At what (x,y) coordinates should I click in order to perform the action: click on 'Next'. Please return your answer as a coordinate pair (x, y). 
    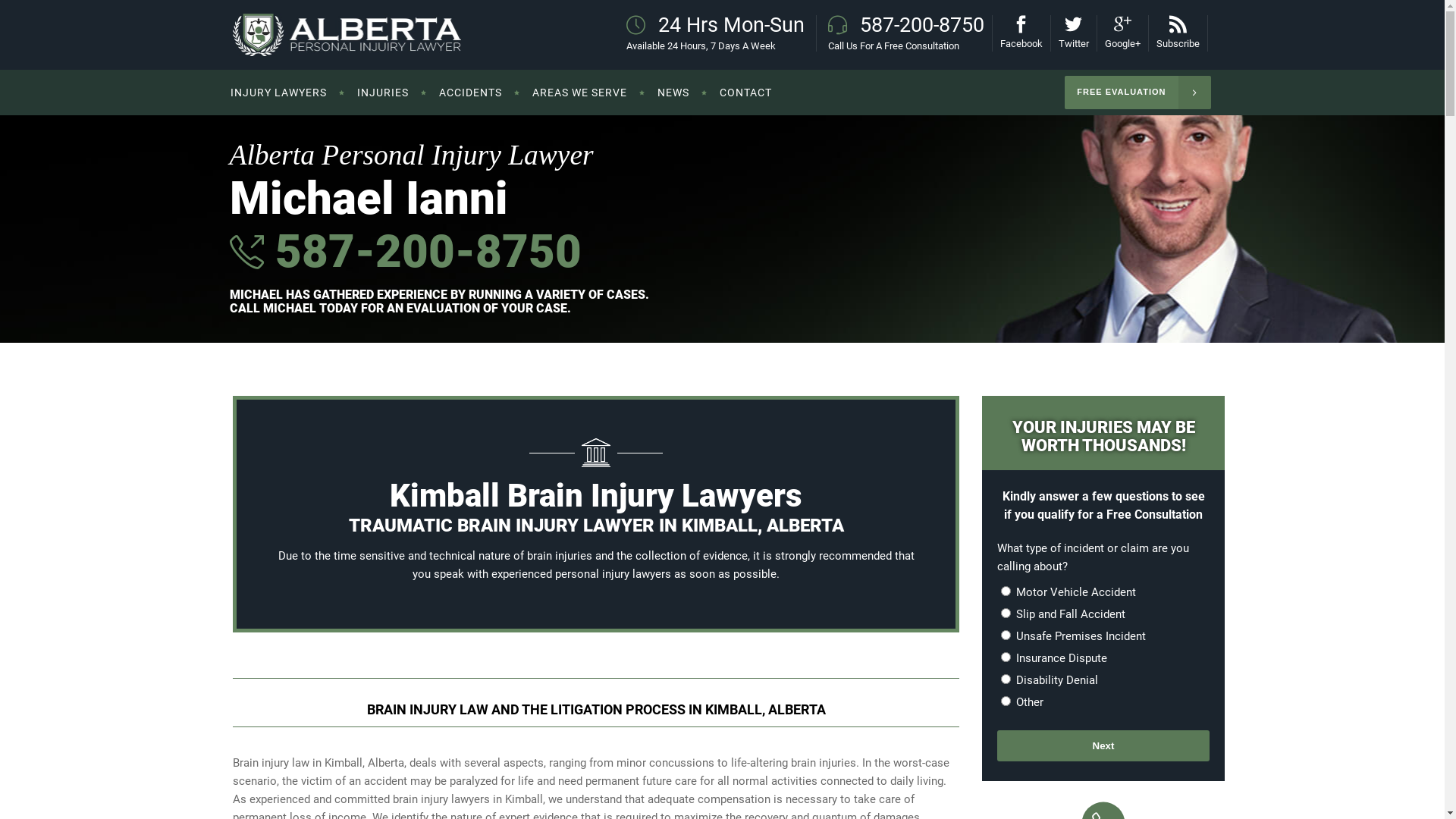
    Looking at the image, I should click on (1103, 745).